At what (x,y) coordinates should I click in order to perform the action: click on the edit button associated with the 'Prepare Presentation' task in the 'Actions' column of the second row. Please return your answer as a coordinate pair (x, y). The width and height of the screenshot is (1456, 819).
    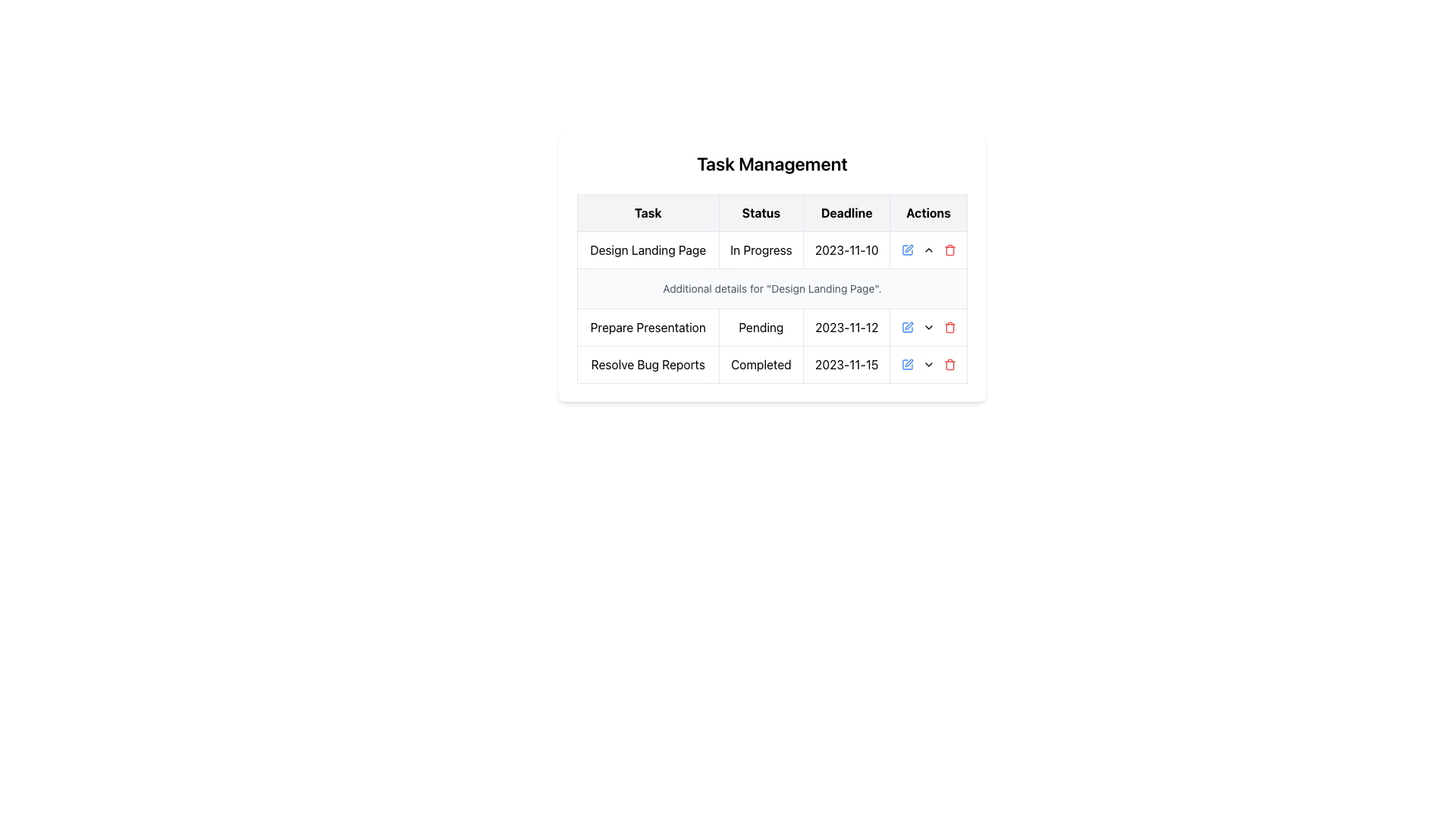
    Looking at the image, I should click on (907, 327).